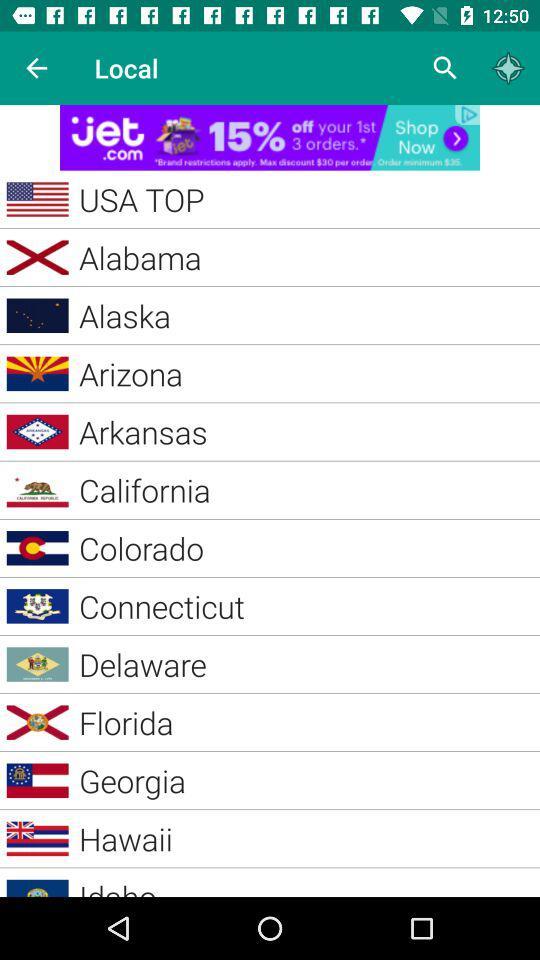  I want to click on the logo left to california, so click(38, 489).